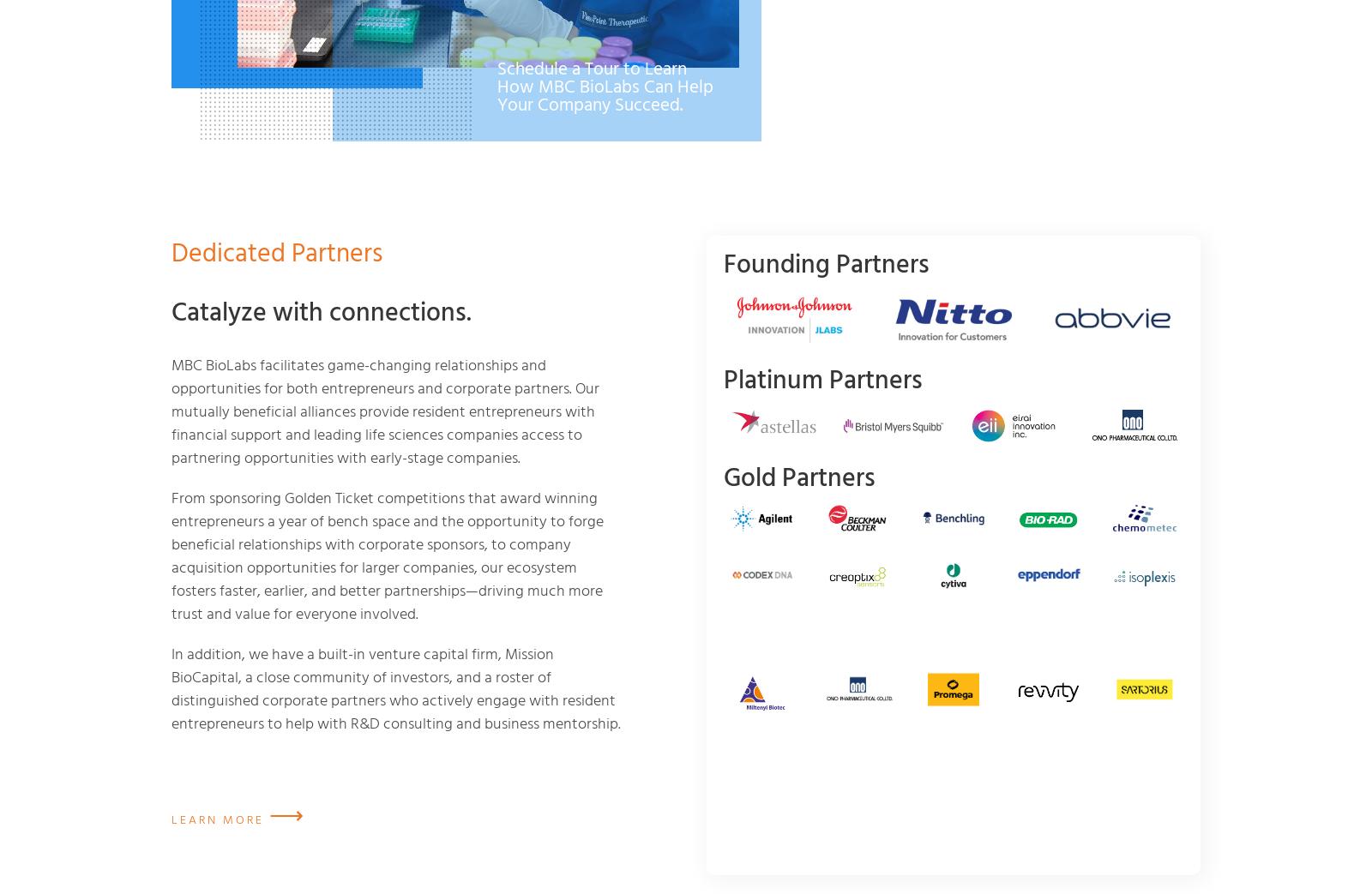  What do you see at coordinates (171, 553) in the screenshot?
I see `'From sponsoring Golden Ticket competitions that award winning entrepreneurs a year of bench space and the opportunity to forge beneficial relationships with corporate sponsors, to company acquisition opportunities for larger companies, our ecosystem fosters faster, earlier, and better partnerships—driving much more trust and value for everyone involved.'` at bounding box center [171, 553].